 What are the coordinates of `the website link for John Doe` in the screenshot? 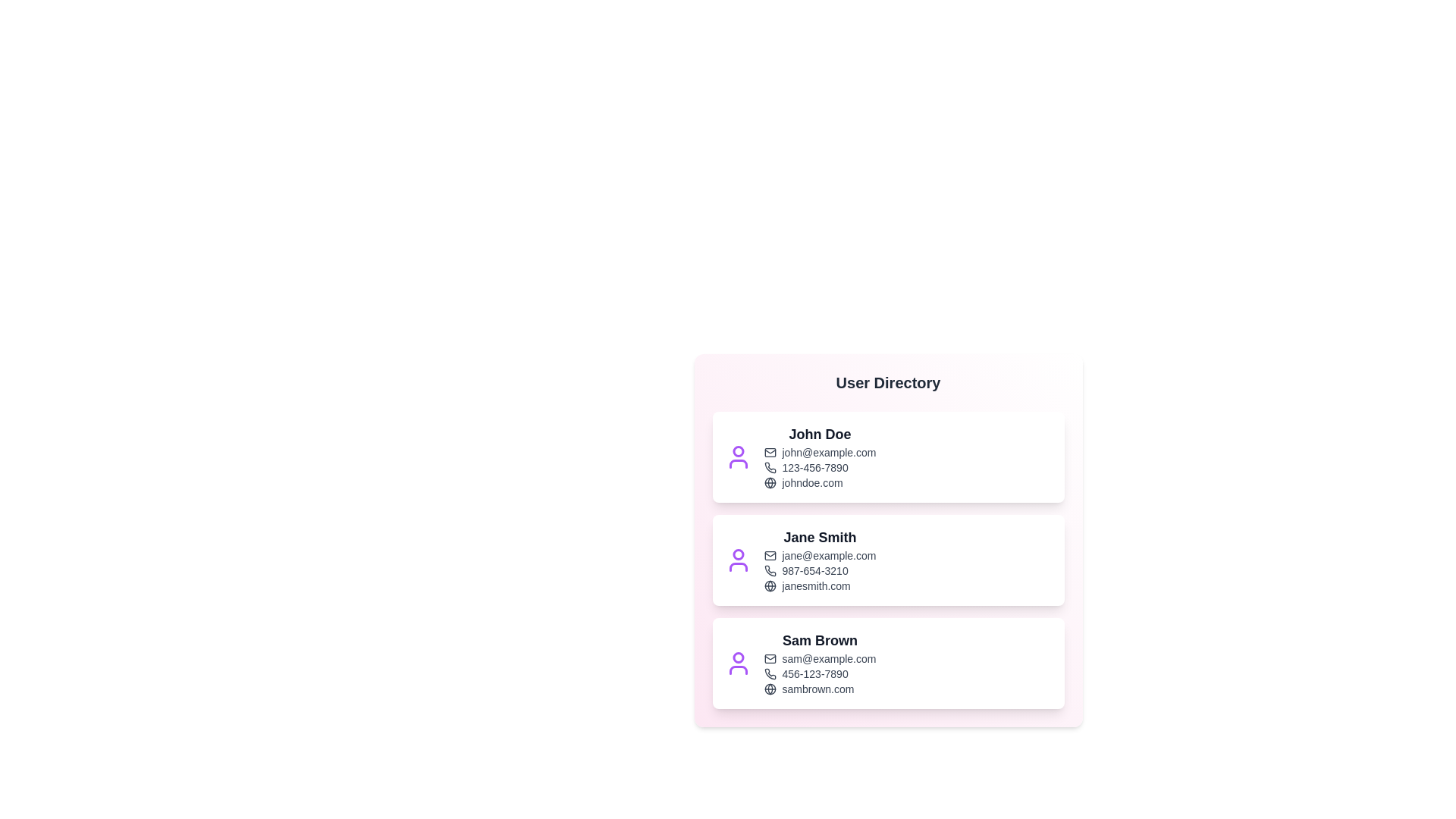 It's located at (819, 482).